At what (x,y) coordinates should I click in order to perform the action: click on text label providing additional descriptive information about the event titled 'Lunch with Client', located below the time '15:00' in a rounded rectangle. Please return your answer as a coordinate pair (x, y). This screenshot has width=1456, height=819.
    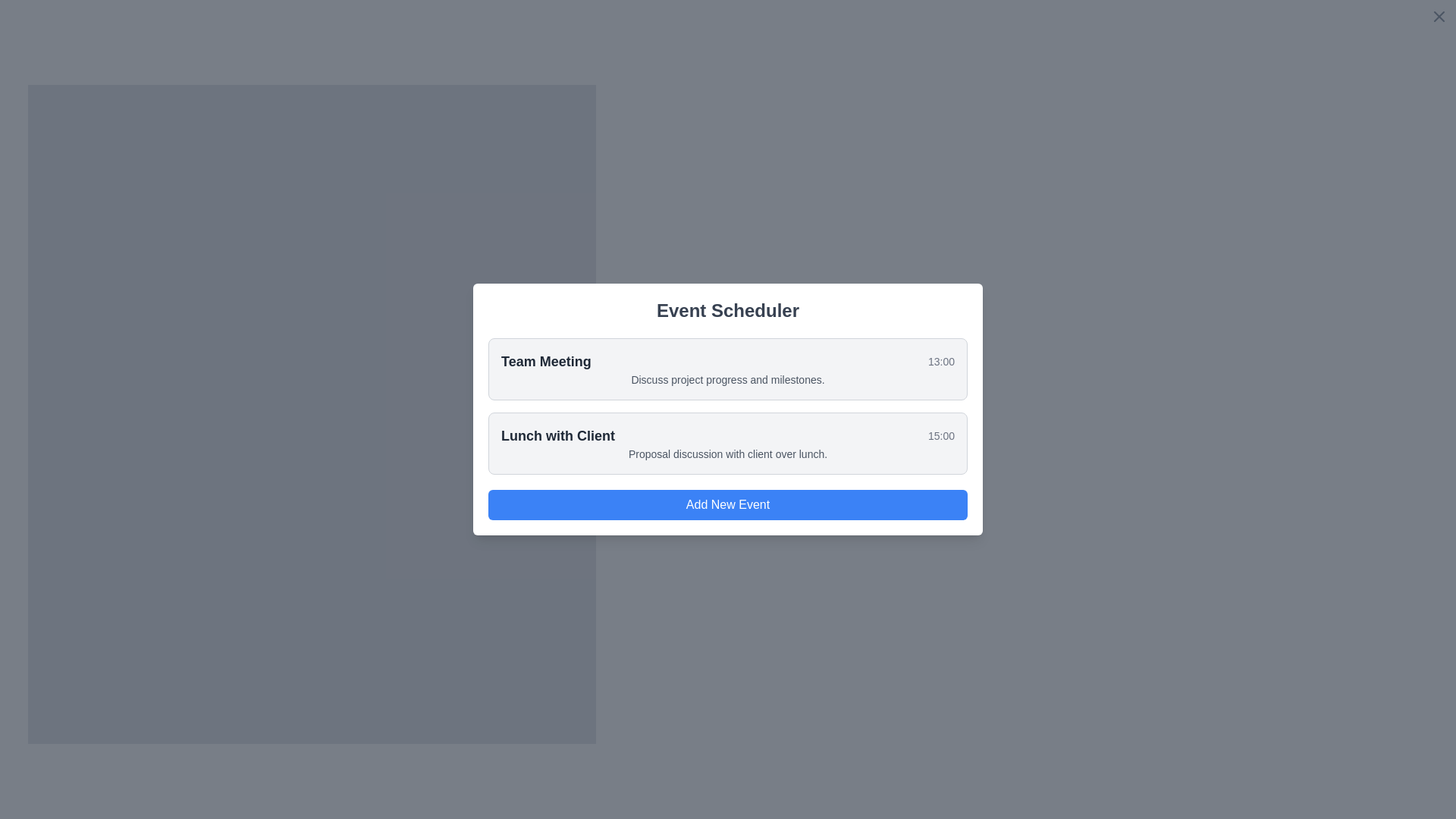
    Looking at the image, I should click on (728, 453).